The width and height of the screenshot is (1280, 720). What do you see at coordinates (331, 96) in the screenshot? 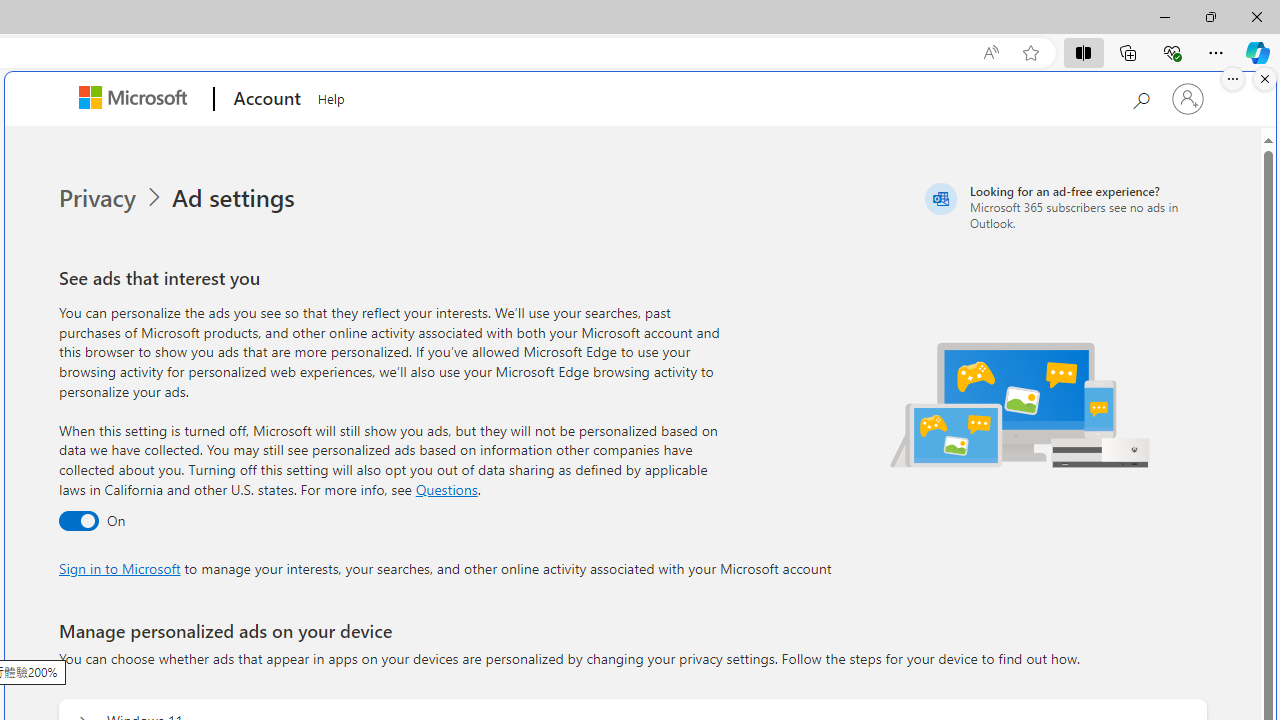
I see `'Help'` at bounding box center [331, 96].